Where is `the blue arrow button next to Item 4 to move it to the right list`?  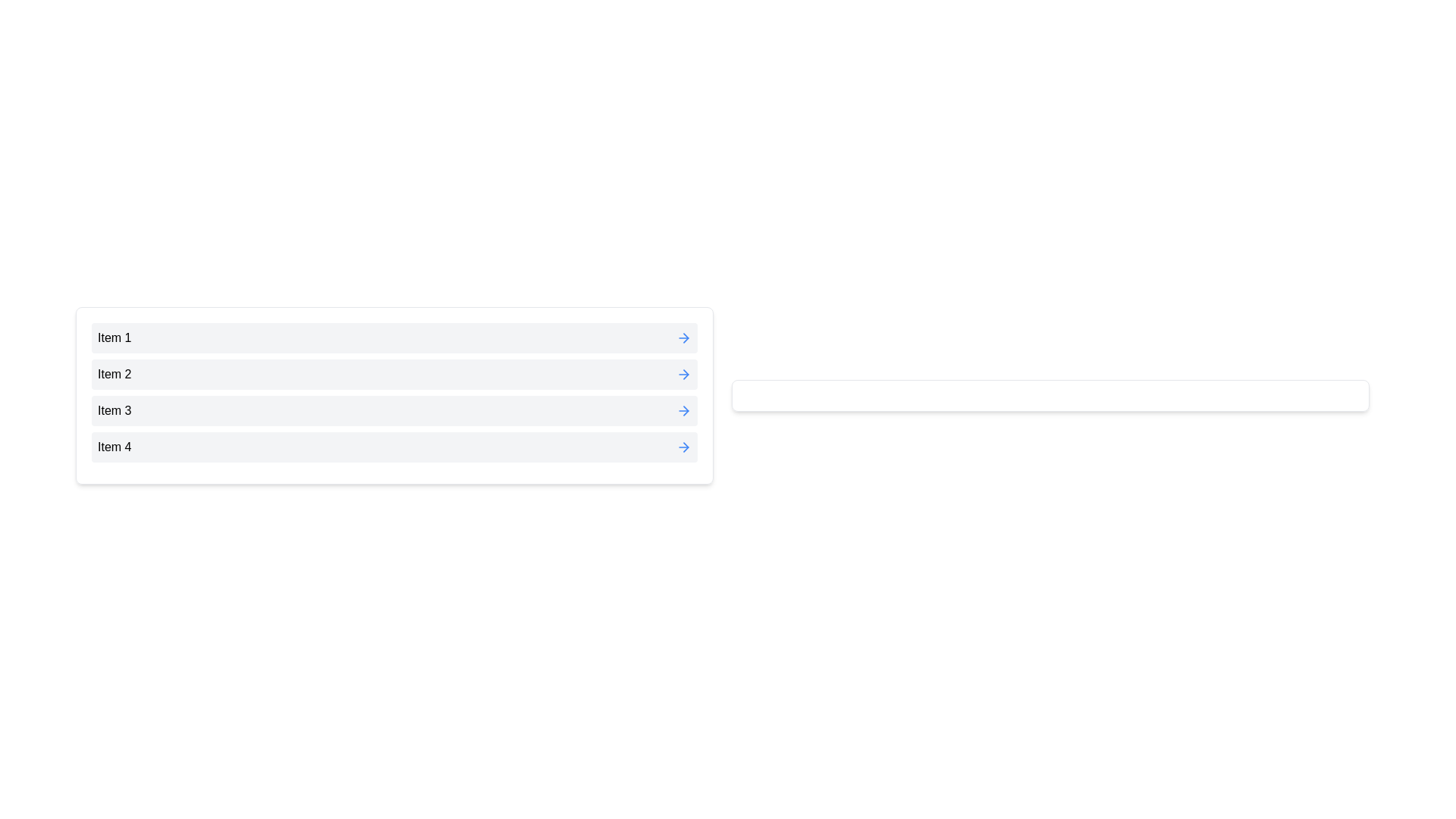
the blue arrow button next to Item 4 to move it to the right list is located at coordinates (683, 447).